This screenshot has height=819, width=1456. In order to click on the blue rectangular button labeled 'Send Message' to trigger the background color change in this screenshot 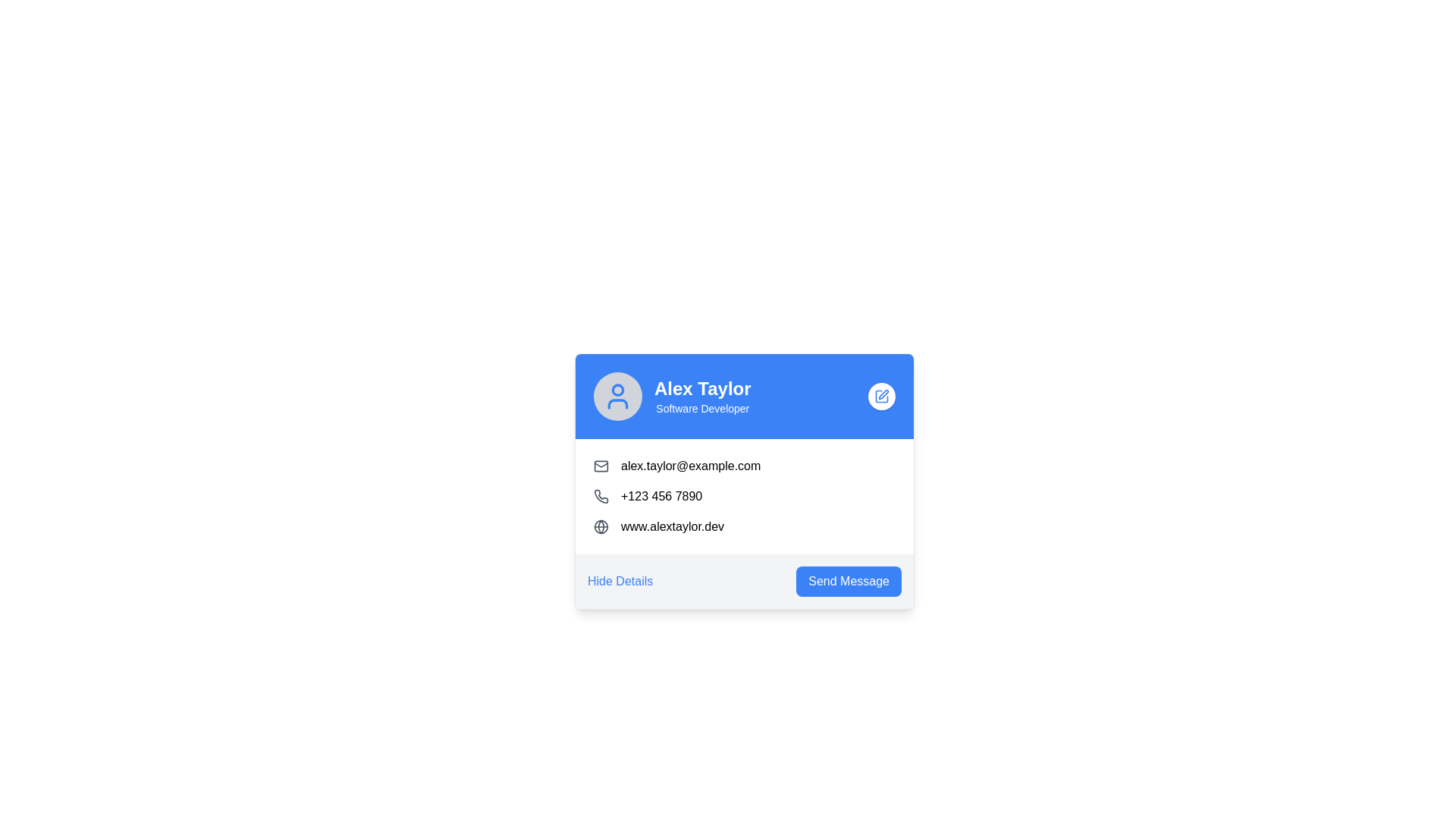, I will do `click(848, 581)`.